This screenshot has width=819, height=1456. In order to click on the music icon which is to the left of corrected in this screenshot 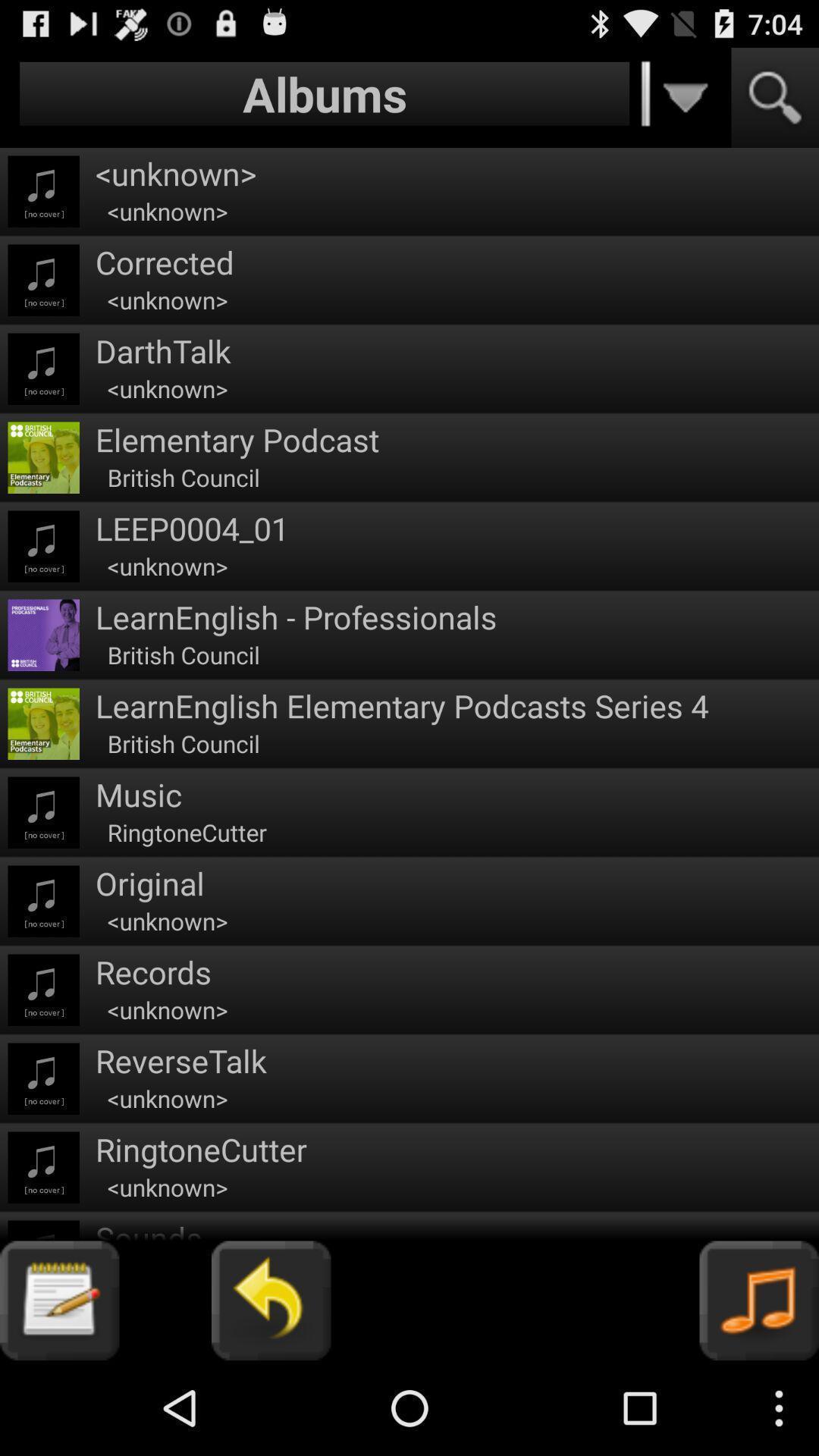, I will do `click(42, 280)`.